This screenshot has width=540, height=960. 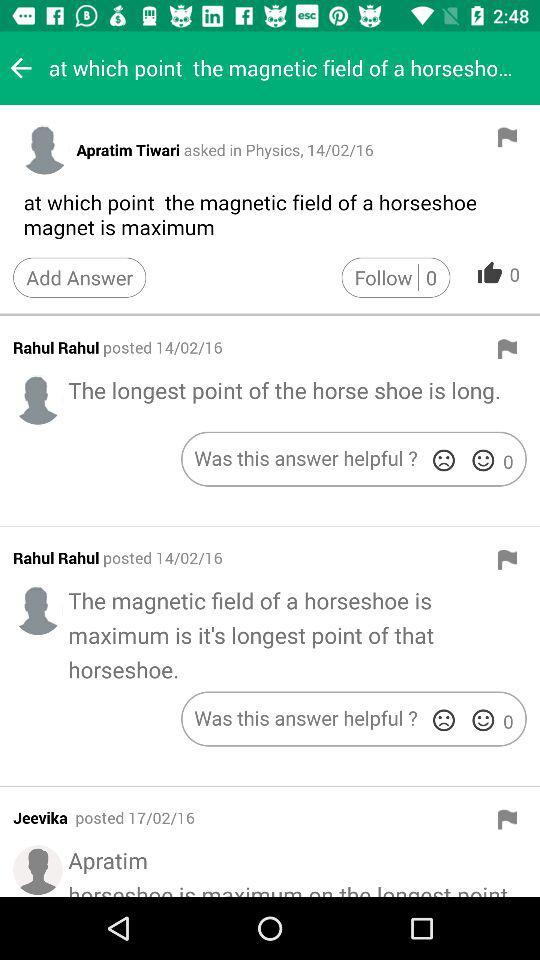 What do you see at coordinates (38, 609) in the screenshot?
I see `click on profile thumbnail` at bounding box center [38, 609].